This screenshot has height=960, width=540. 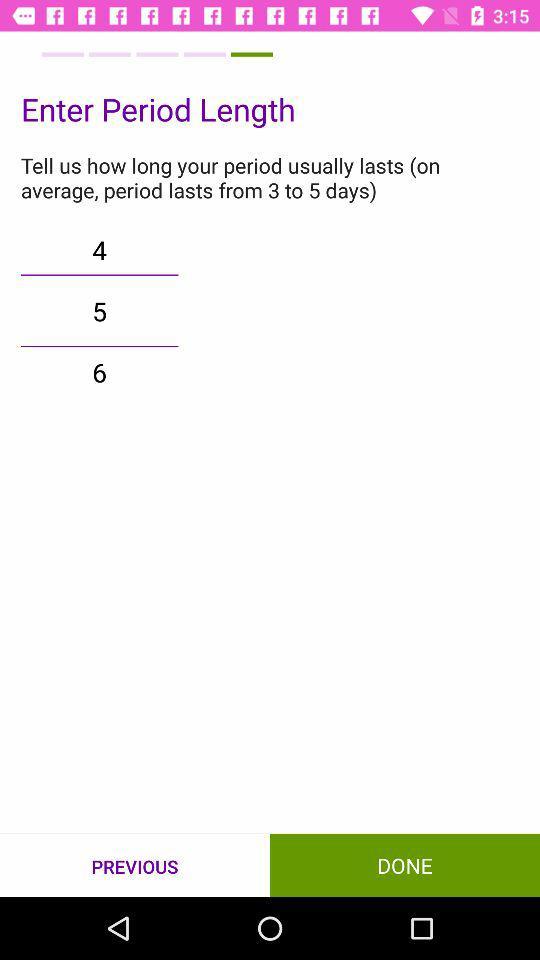 What do you see at coordinates (135, 865) in the screenshot?
I see `the item to the left of done item` at bounding box center [135, 865].